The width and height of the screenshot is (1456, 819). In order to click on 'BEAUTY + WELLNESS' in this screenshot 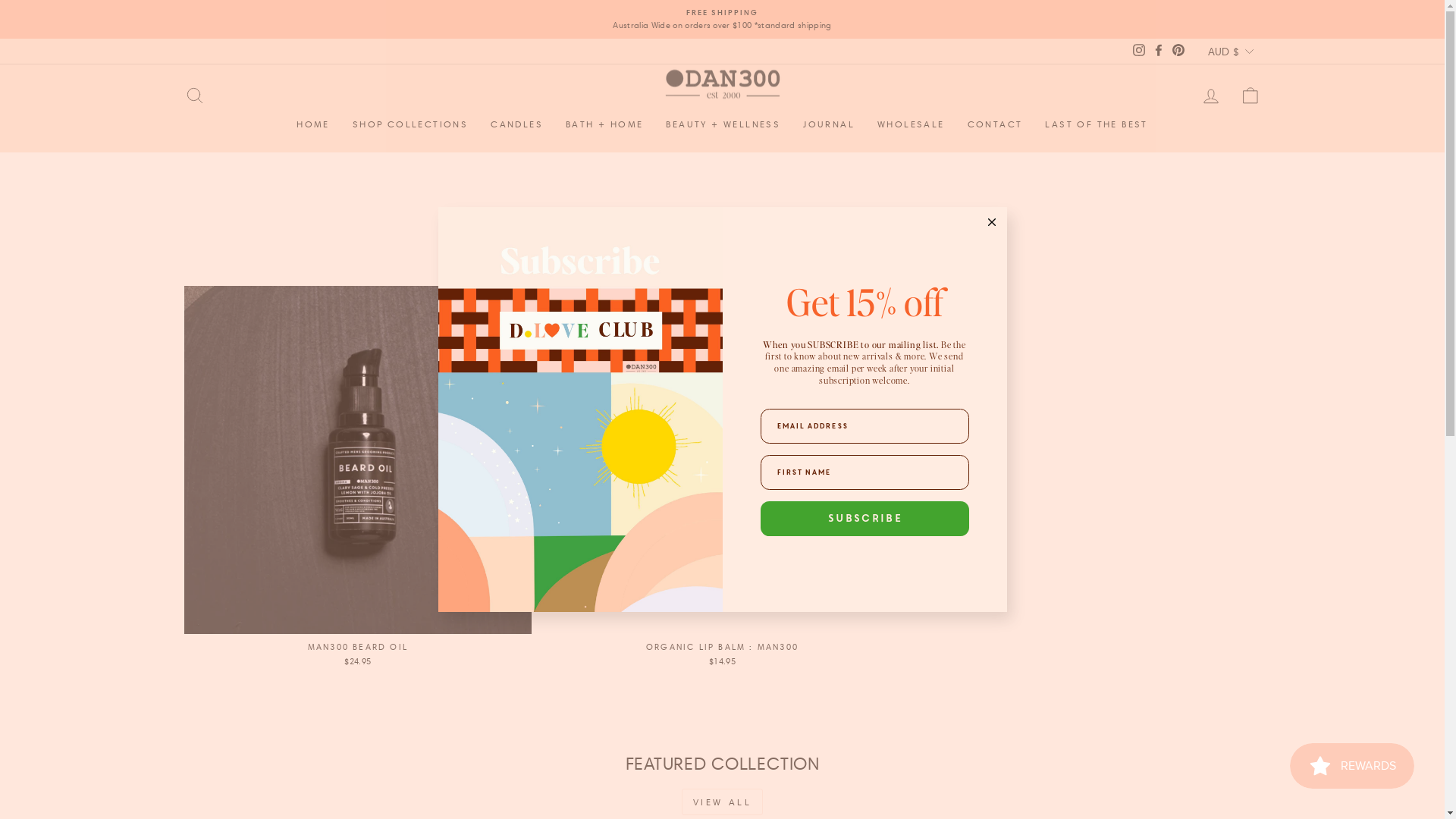, I will do `click(722, 124)`.